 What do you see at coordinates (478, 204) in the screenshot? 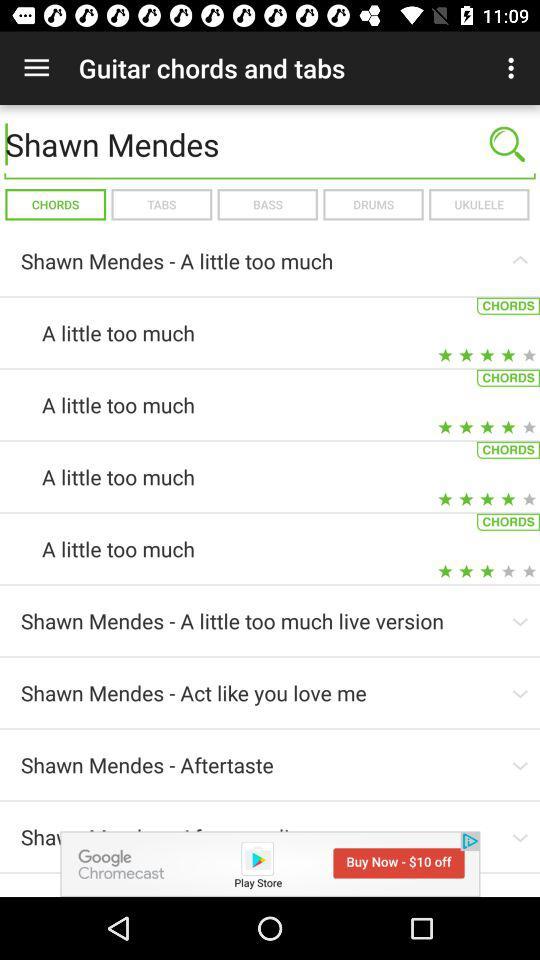
I see `icon next to drums icon` at bounding box center [478, 204].